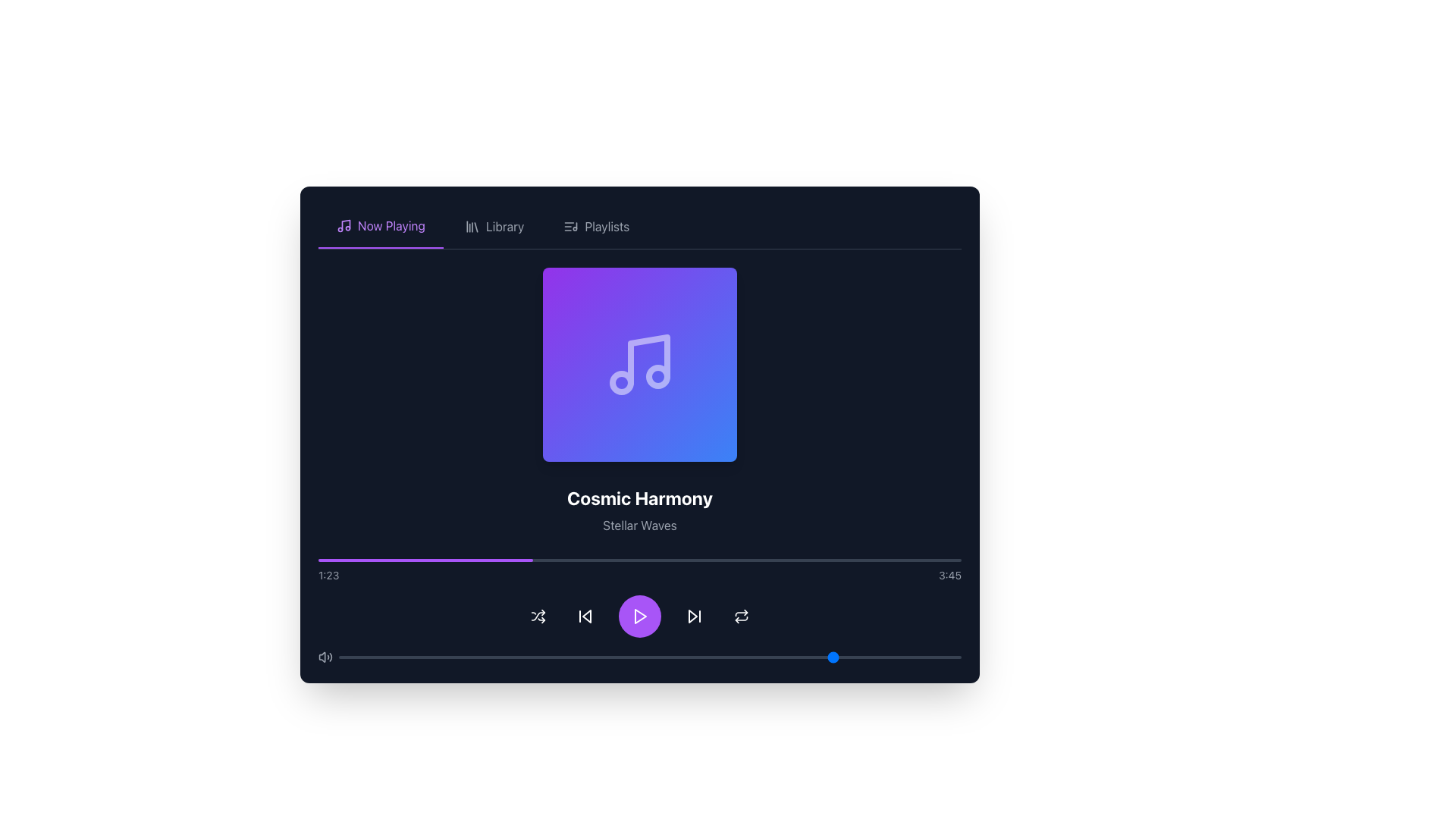 Image resolution: width=1456 pixels, height=819 pixels. What do you see at coordinates (949, 576) in the screenshot?
I see `the static text label indicating the total duration of the currently playing audio or video file, located at the bottom-right corner of the interface` at bounding box center [949, 576].